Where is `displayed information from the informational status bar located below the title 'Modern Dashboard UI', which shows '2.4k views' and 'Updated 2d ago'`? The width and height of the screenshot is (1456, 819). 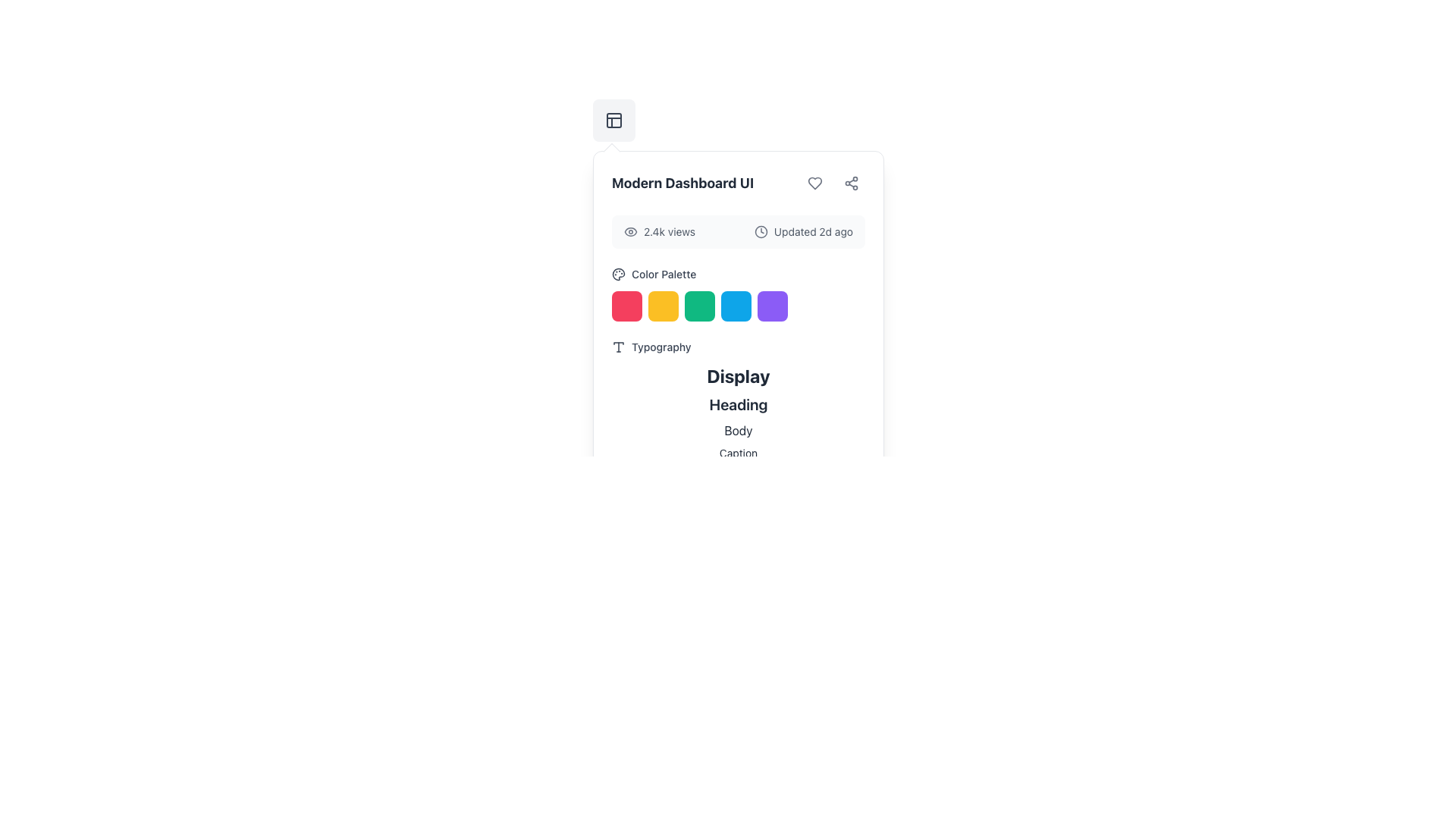
displayed information from the informational status bar located below the title 'Modern Dashboard UI', which shows '2.4k views' and 'Updated 2d ago' is located at coordinates (739, 231).